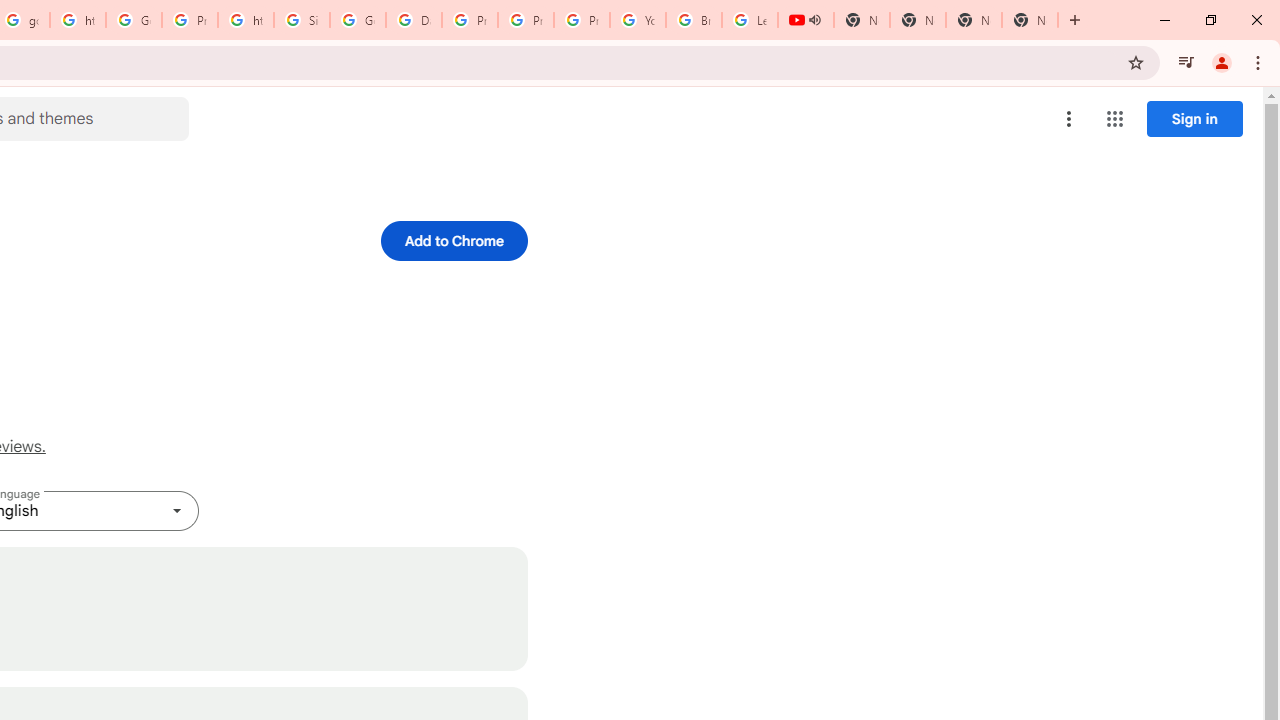 The width and height of the screenshot is (1280, 720). Describe the element at coordinates (1030, 20) in the screenshot. I see `'New Tab'` at that location.